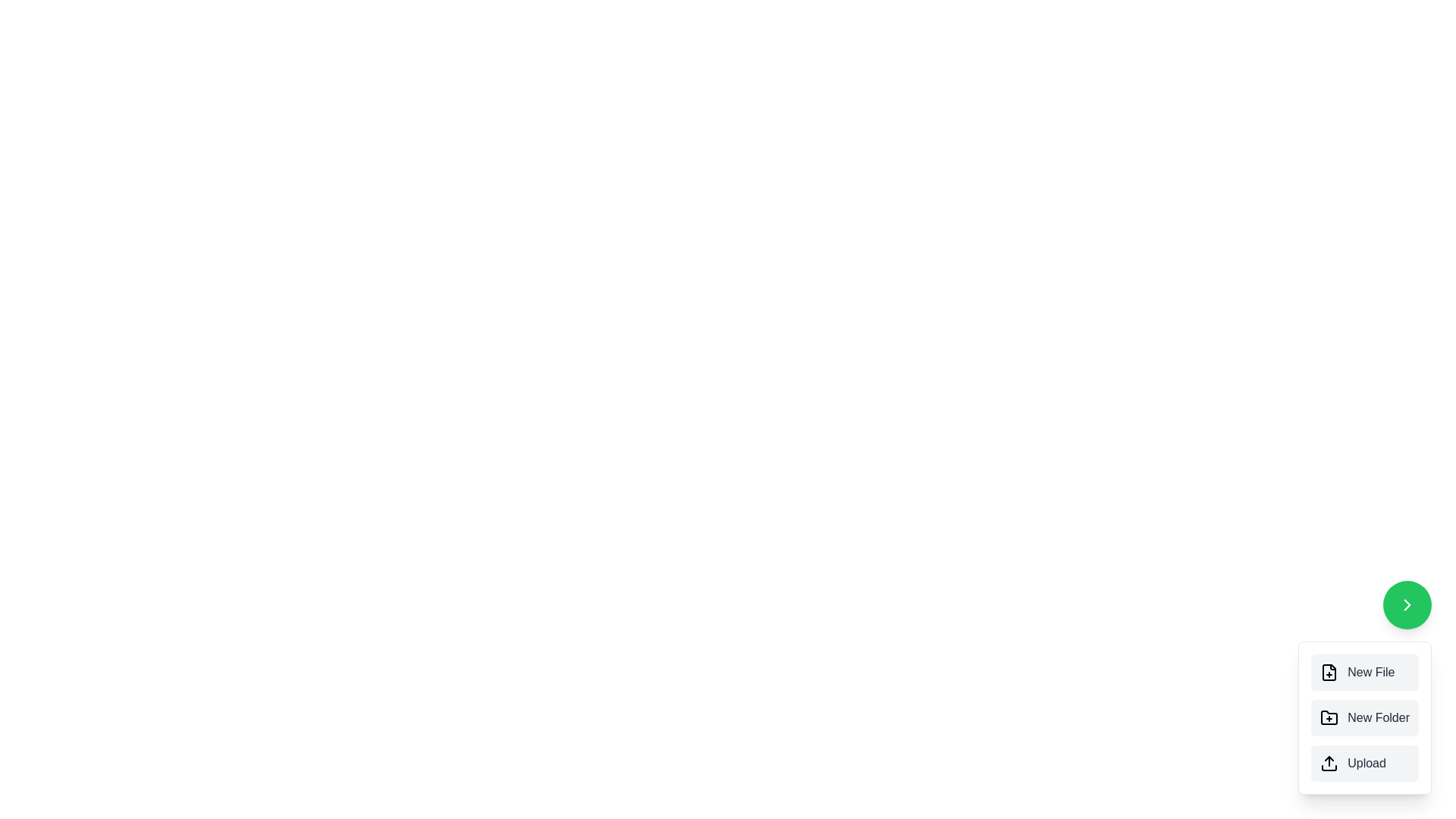  I want to click on the 'New Folder' button, so click(1365, 717).